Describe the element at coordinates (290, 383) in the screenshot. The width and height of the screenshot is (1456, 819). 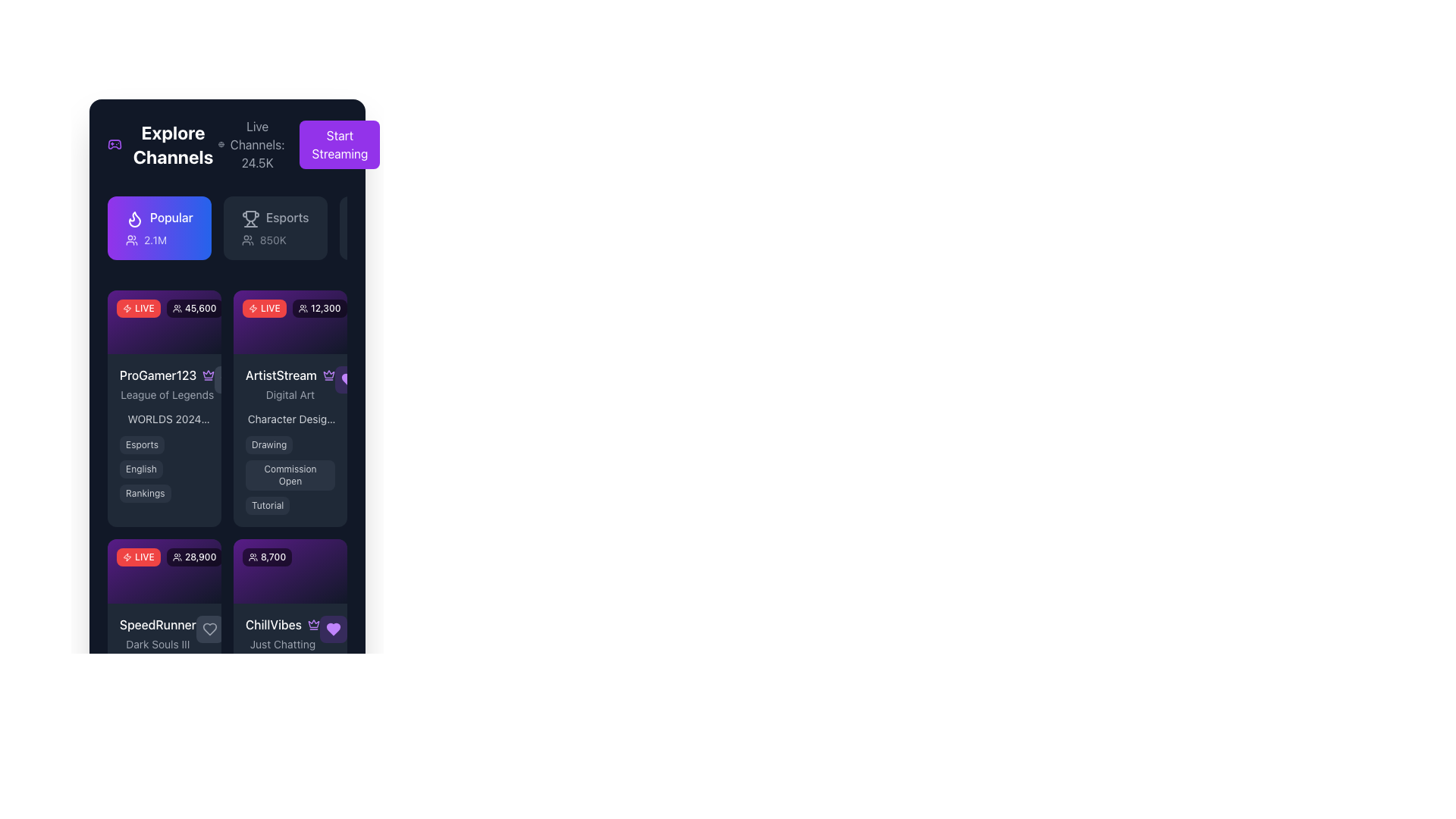
I see `the title in the Text display with an associated icon located in the second column of the grid layout beneath the 'LIVE' header` at that location.